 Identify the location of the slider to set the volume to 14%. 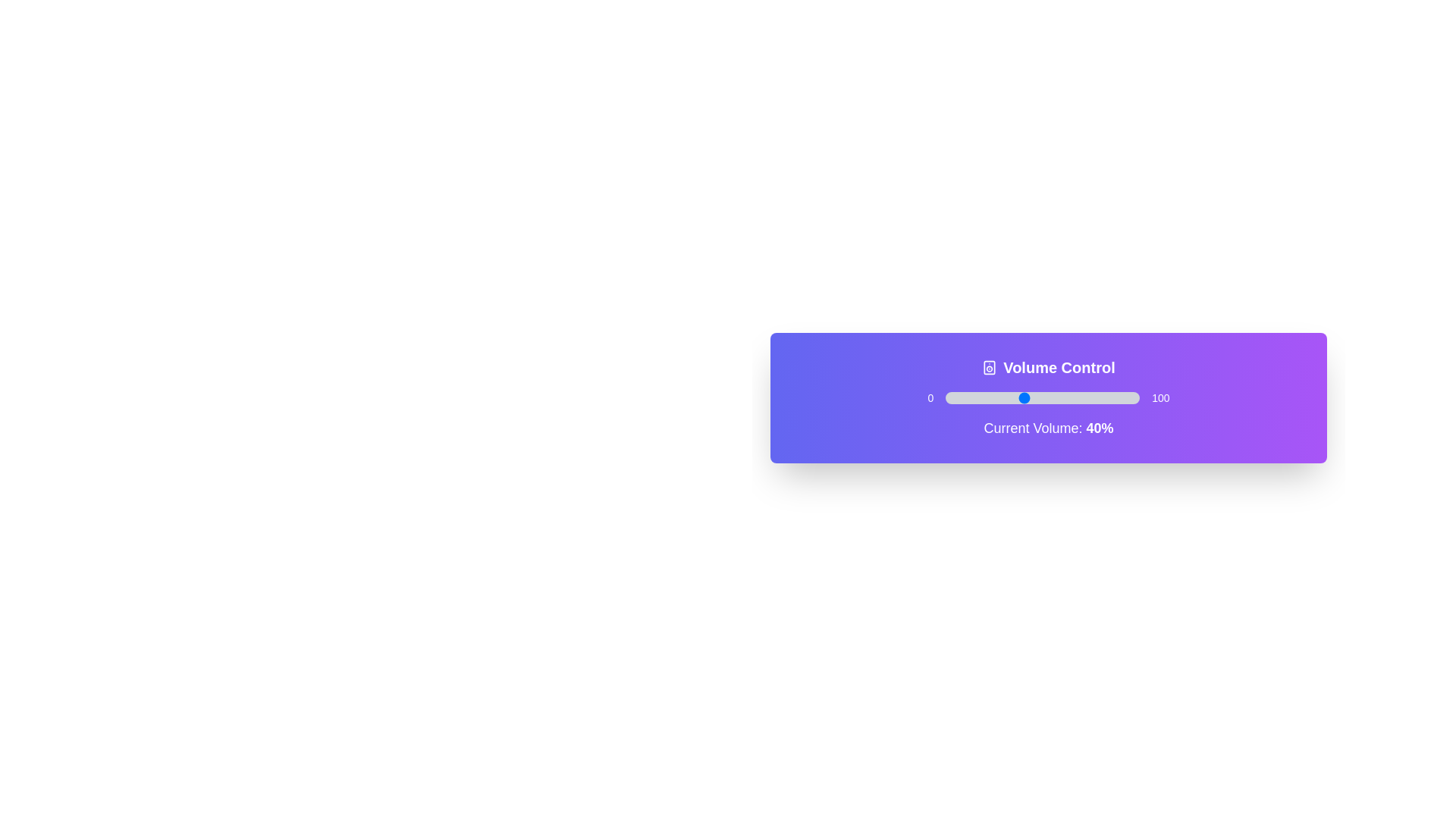
(972, 397).